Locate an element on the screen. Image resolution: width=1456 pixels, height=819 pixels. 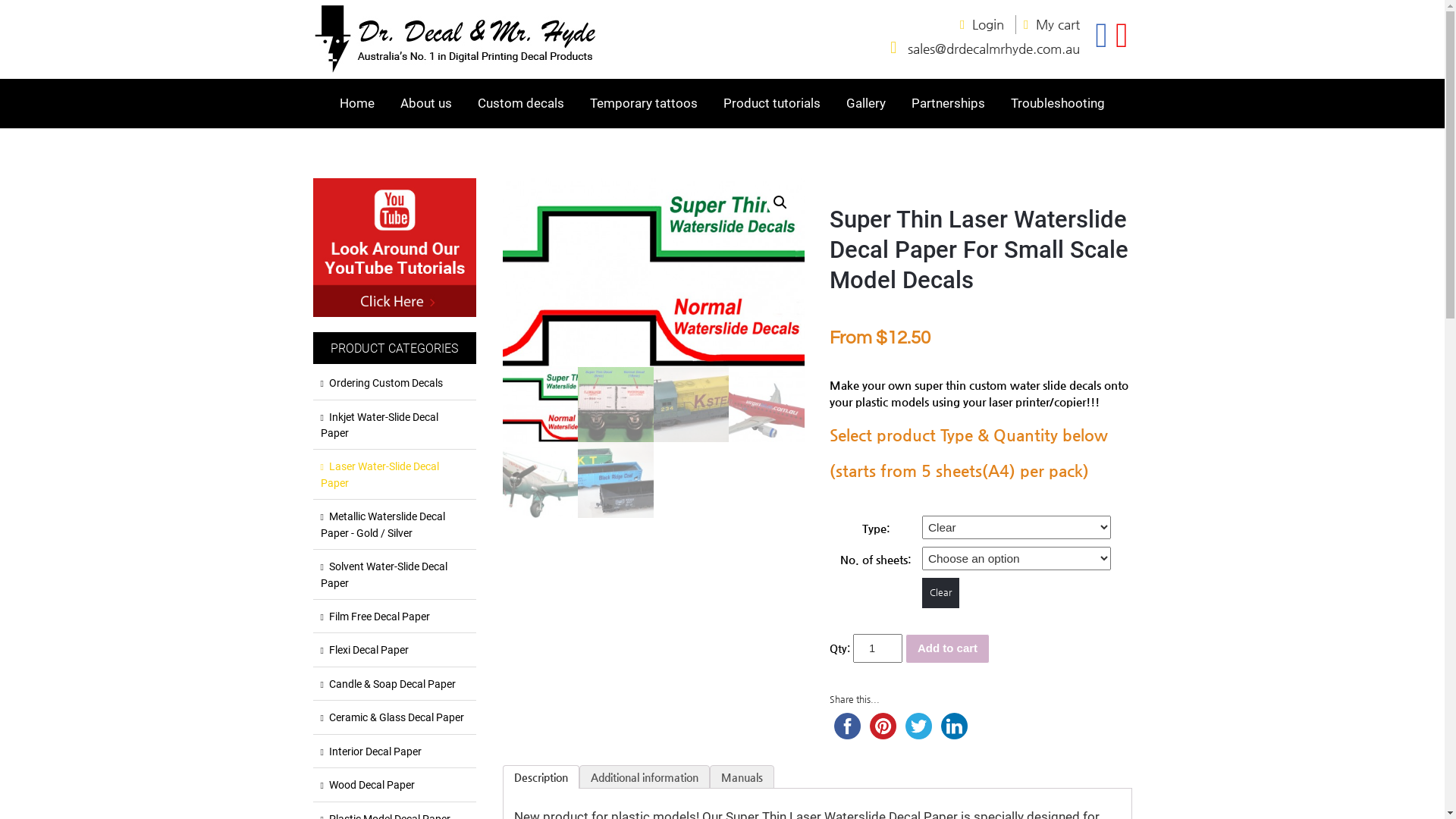
'Laser Water-Slide Decal Paper' is located at coordinates (394, 474).